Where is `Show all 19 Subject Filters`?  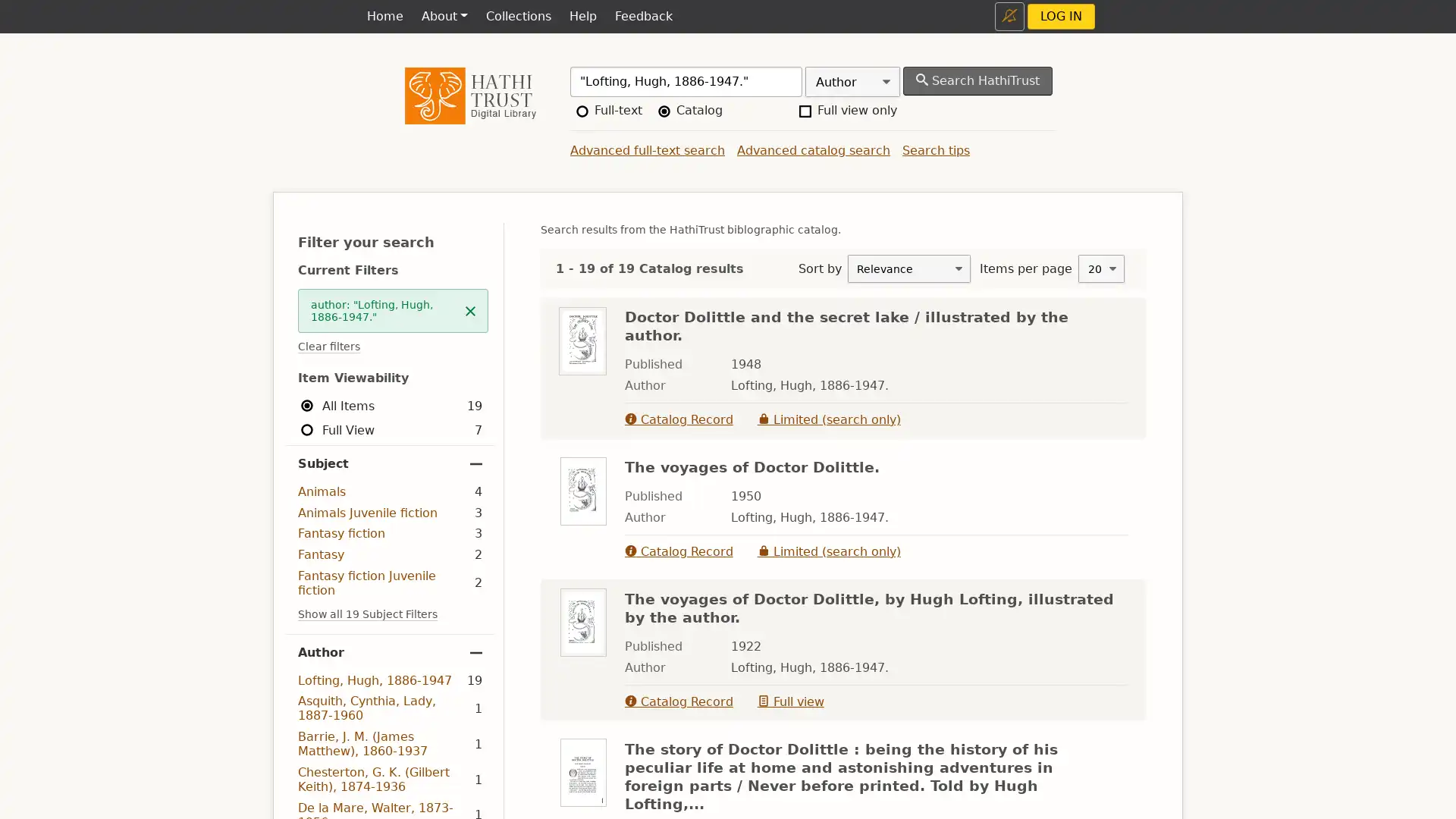 Show all 19 Subject Filters is located at coordinates (367, 614).